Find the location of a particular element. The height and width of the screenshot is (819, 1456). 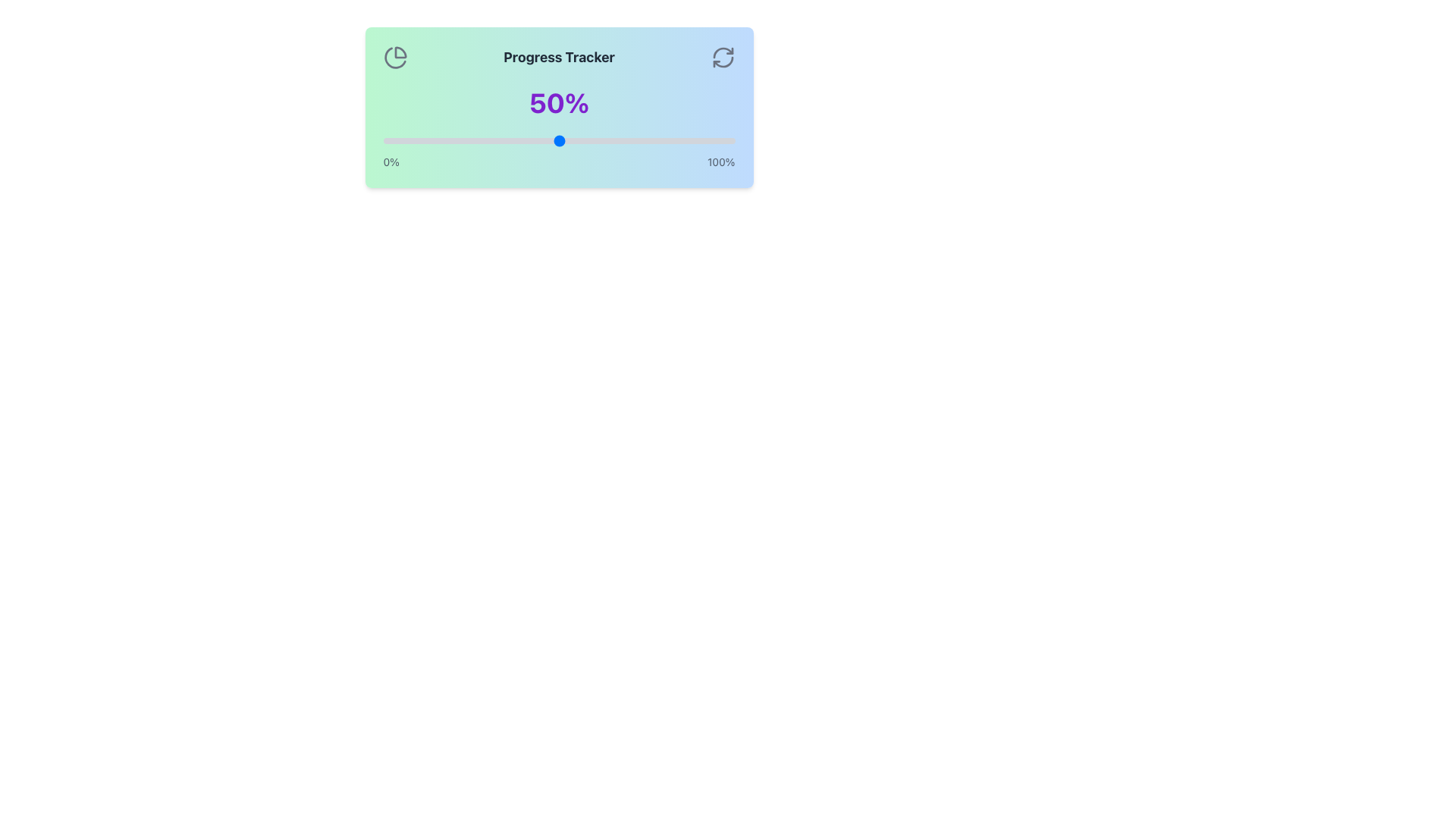

Text Display that shows '50%' in bold purple text, located within a pastel green-to-blue gradient rectangle, centered above a progress bar labeled '0%' and '100%' is located at coordinates (558, 102).